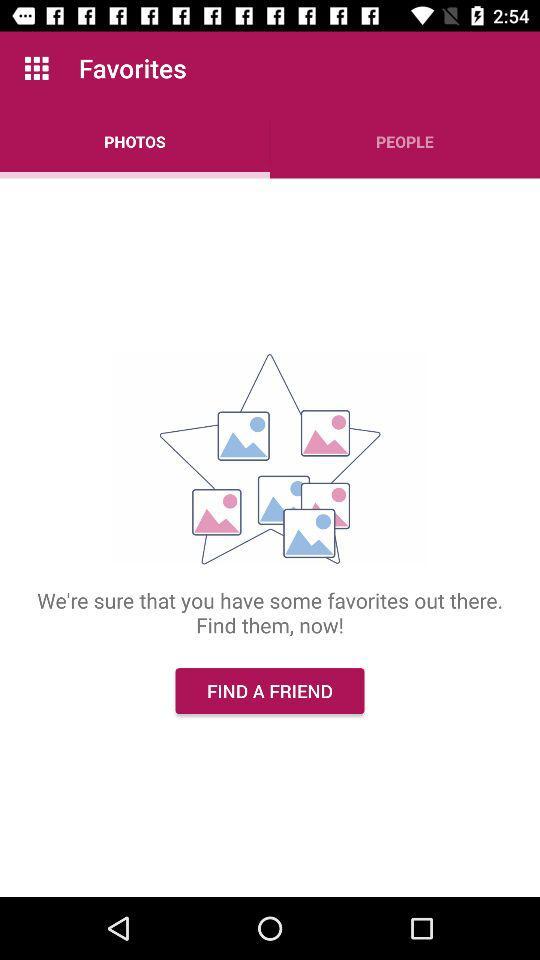 This screenshot has width=540, height=960. What do you see at coordinates (405, 140) in the screenshot?
I see `the people at the top right corner` at bounding box center [405, 140].